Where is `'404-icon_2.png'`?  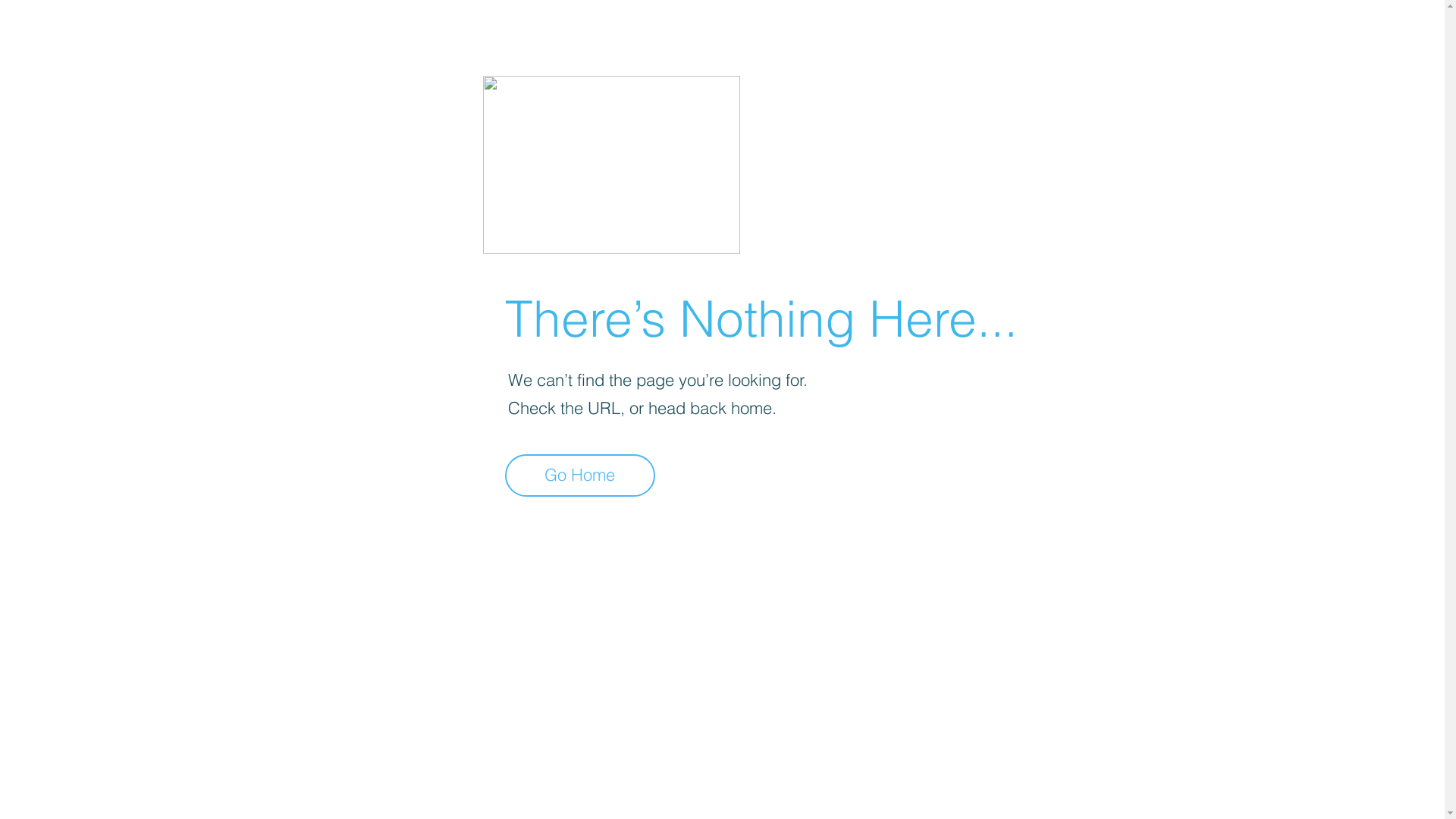
'404-icon_2.png' is located at coordinates (610, 165).